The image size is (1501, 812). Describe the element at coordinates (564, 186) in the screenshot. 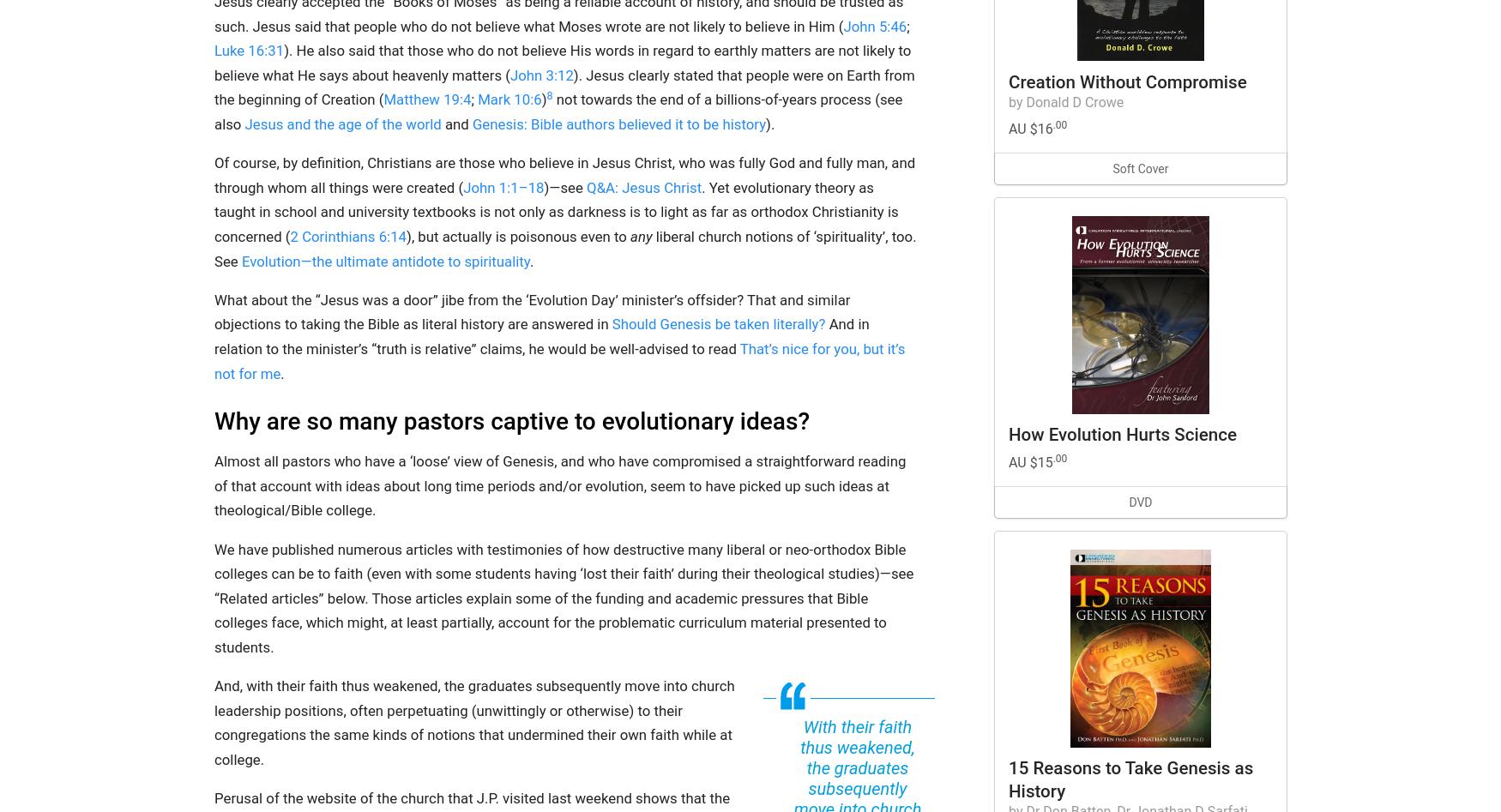

I see `')—see'` at that location.